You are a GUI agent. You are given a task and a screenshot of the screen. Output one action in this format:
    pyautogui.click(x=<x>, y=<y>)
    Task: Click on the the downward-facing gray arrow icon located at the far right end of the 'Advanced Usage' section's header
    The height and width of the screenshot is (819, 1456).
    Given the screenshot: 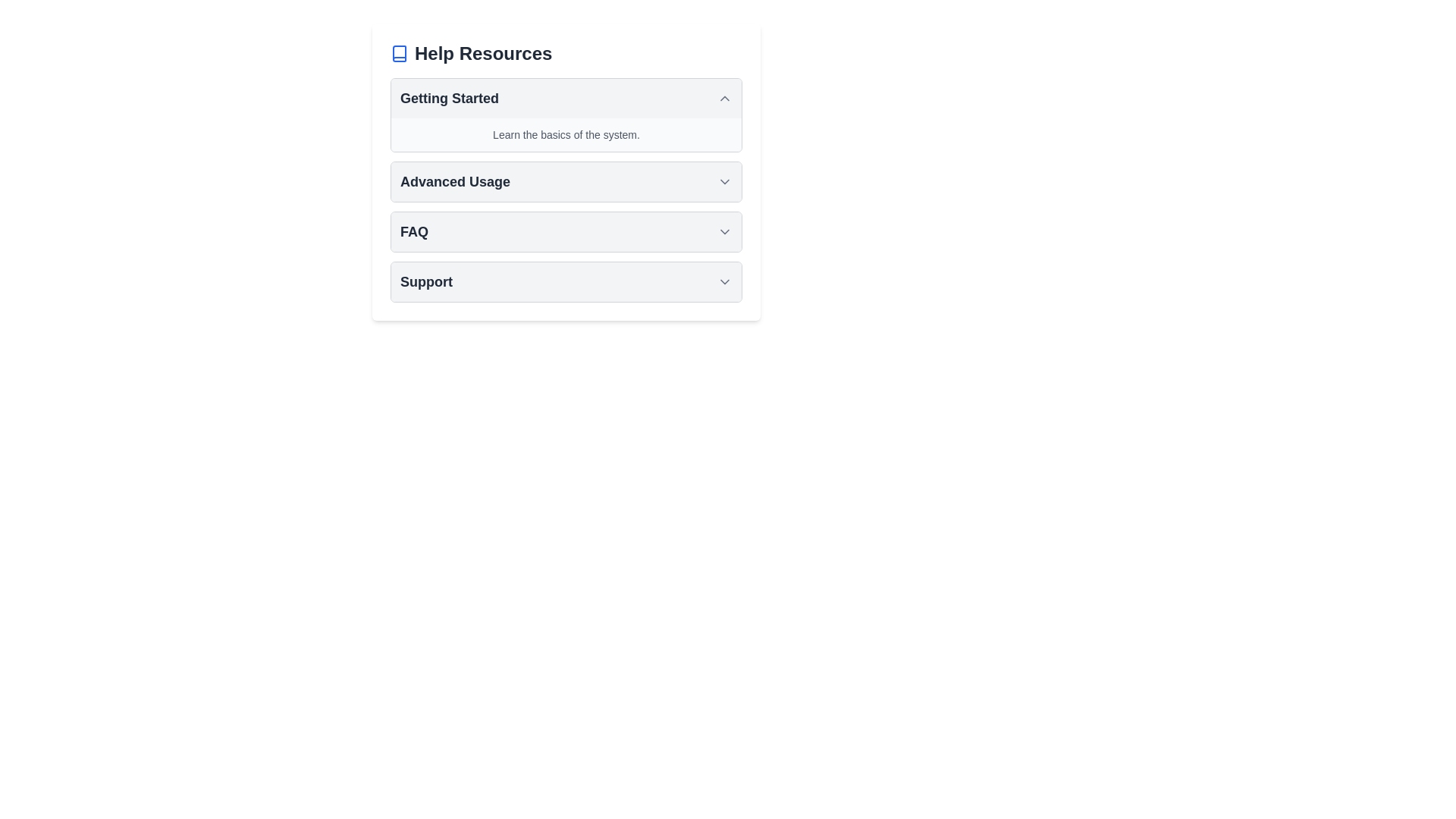 What is the action you would take?
    pyautogui.click(x=723, y=180)
    